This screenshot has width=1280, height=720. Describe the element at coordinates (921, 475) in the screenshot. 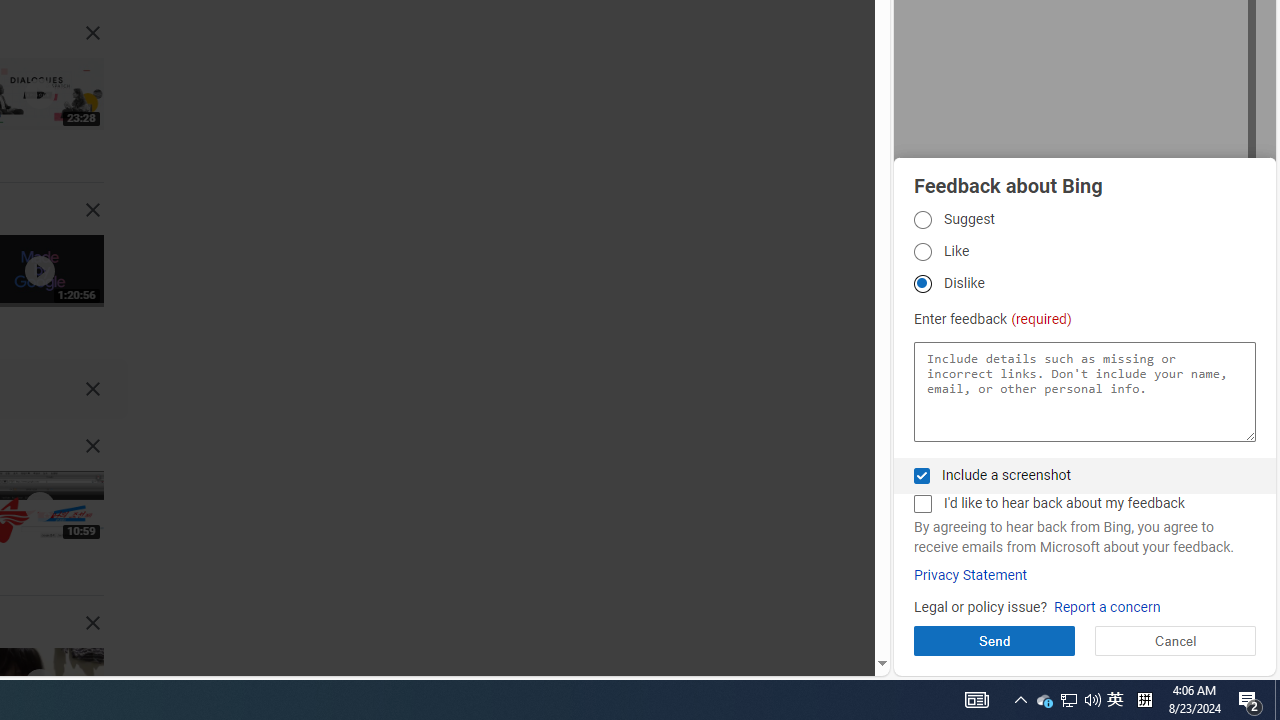

I see `'AutomationID: fbpgdgsschk'` at that location.